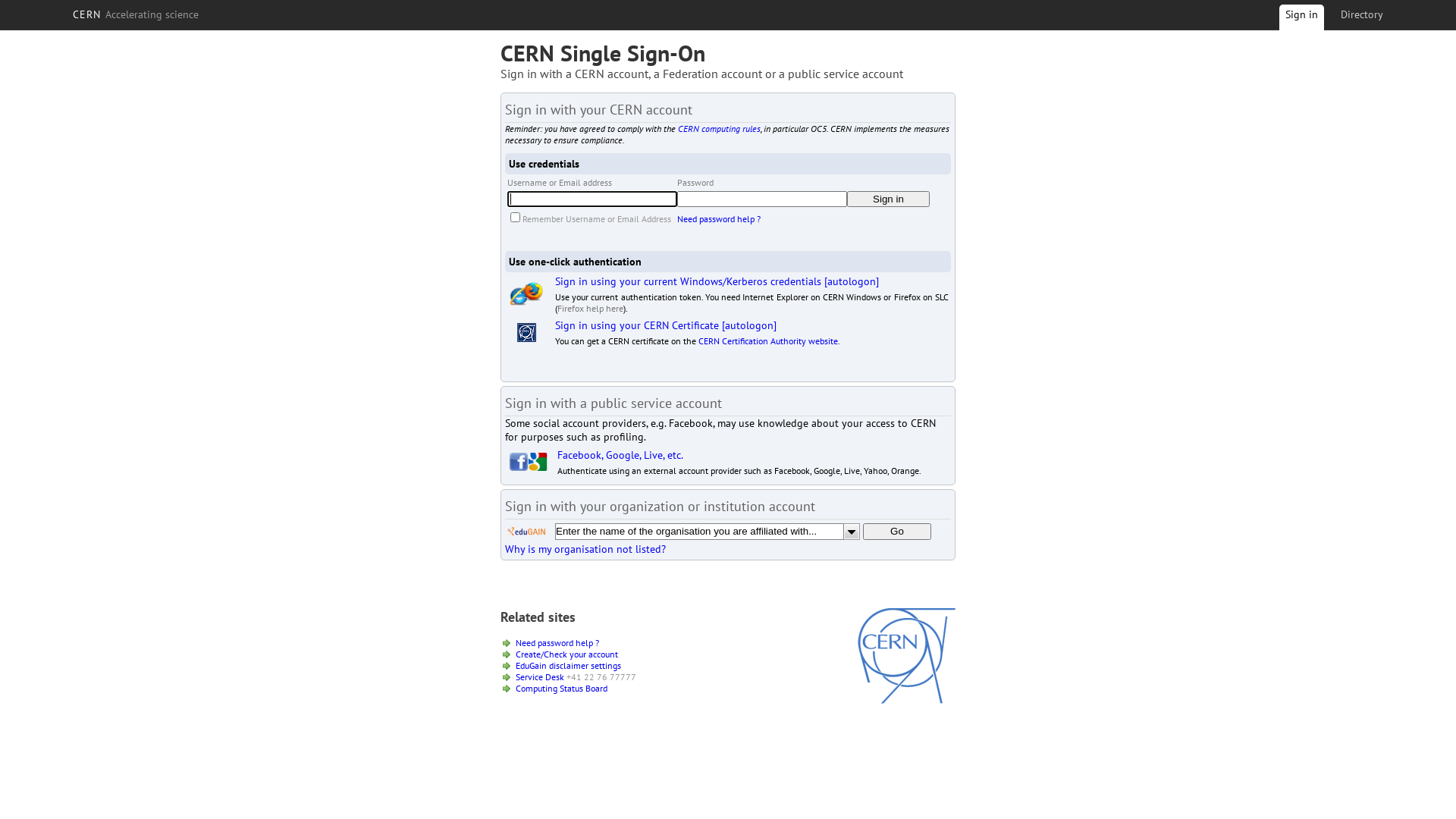 This screenshot has height=819, width=1456. Describe the element at coordinates (556, 642) in the screenshot. I see `'Need password help ?'` at that location.